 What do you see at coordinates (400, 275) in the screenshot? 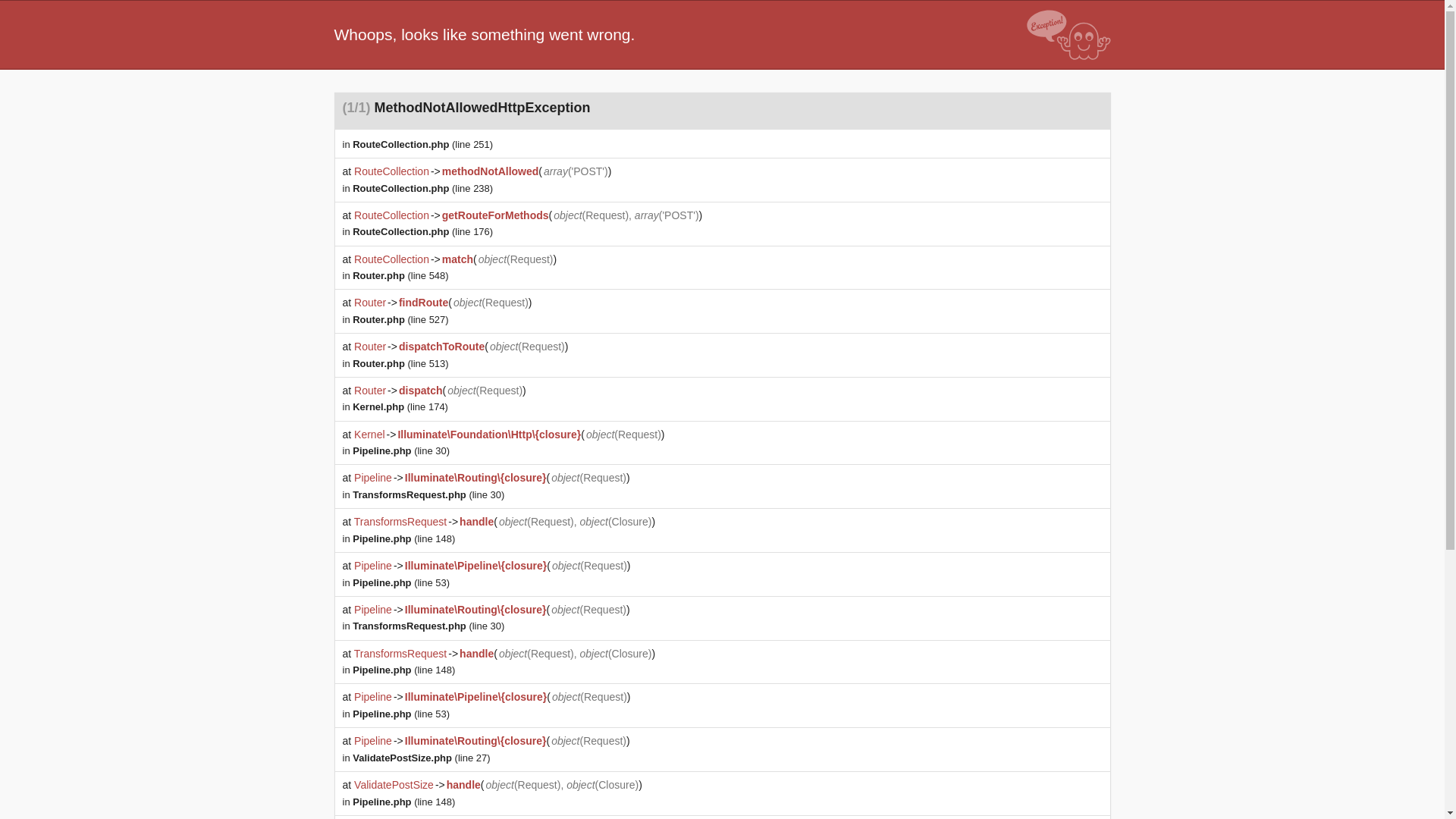
I see `'Router.php (line 548)'` at bounding box center [400, 275].